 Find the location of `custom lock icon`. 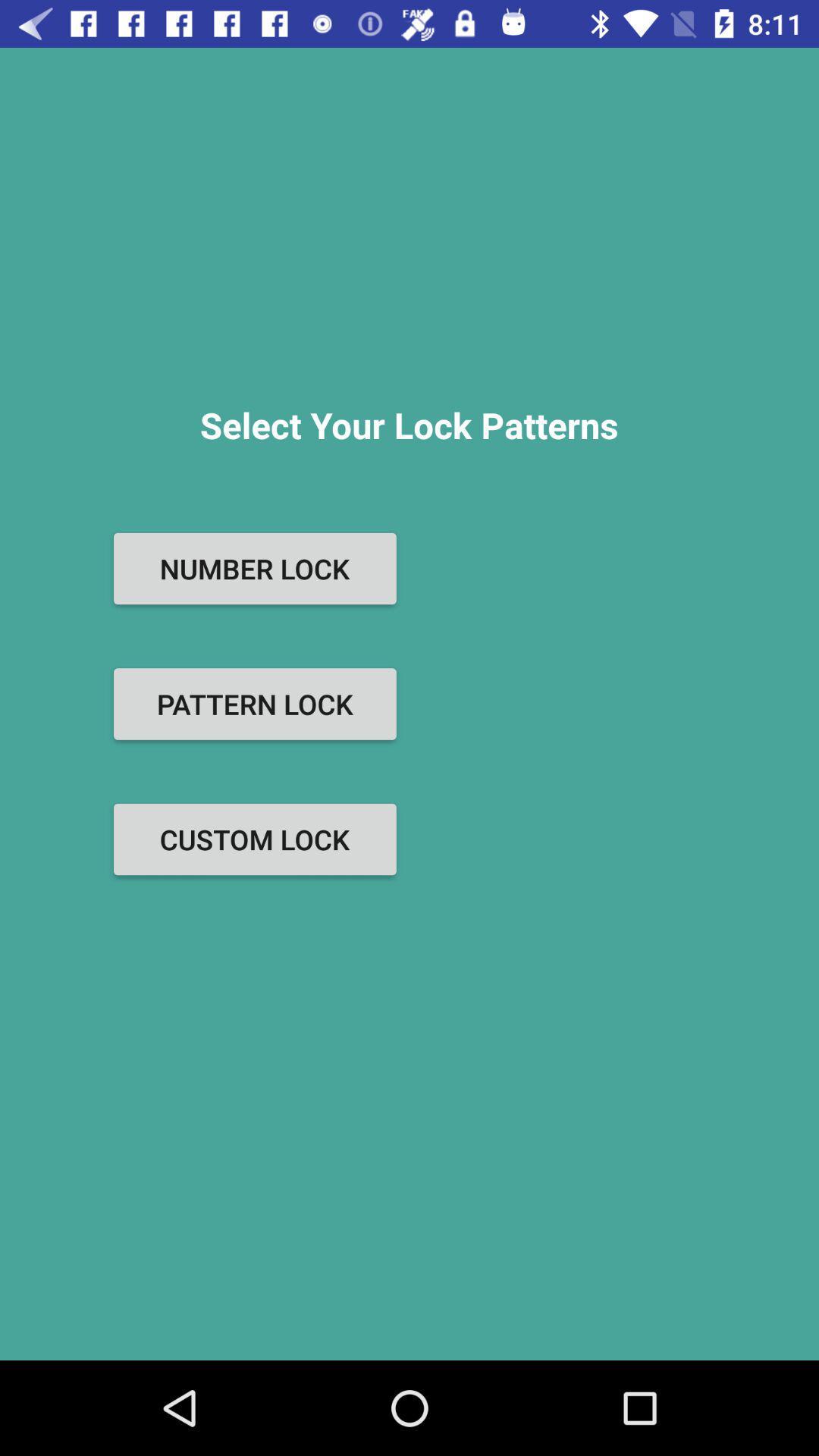

custom lock icon is located at coordinates (254, 839).